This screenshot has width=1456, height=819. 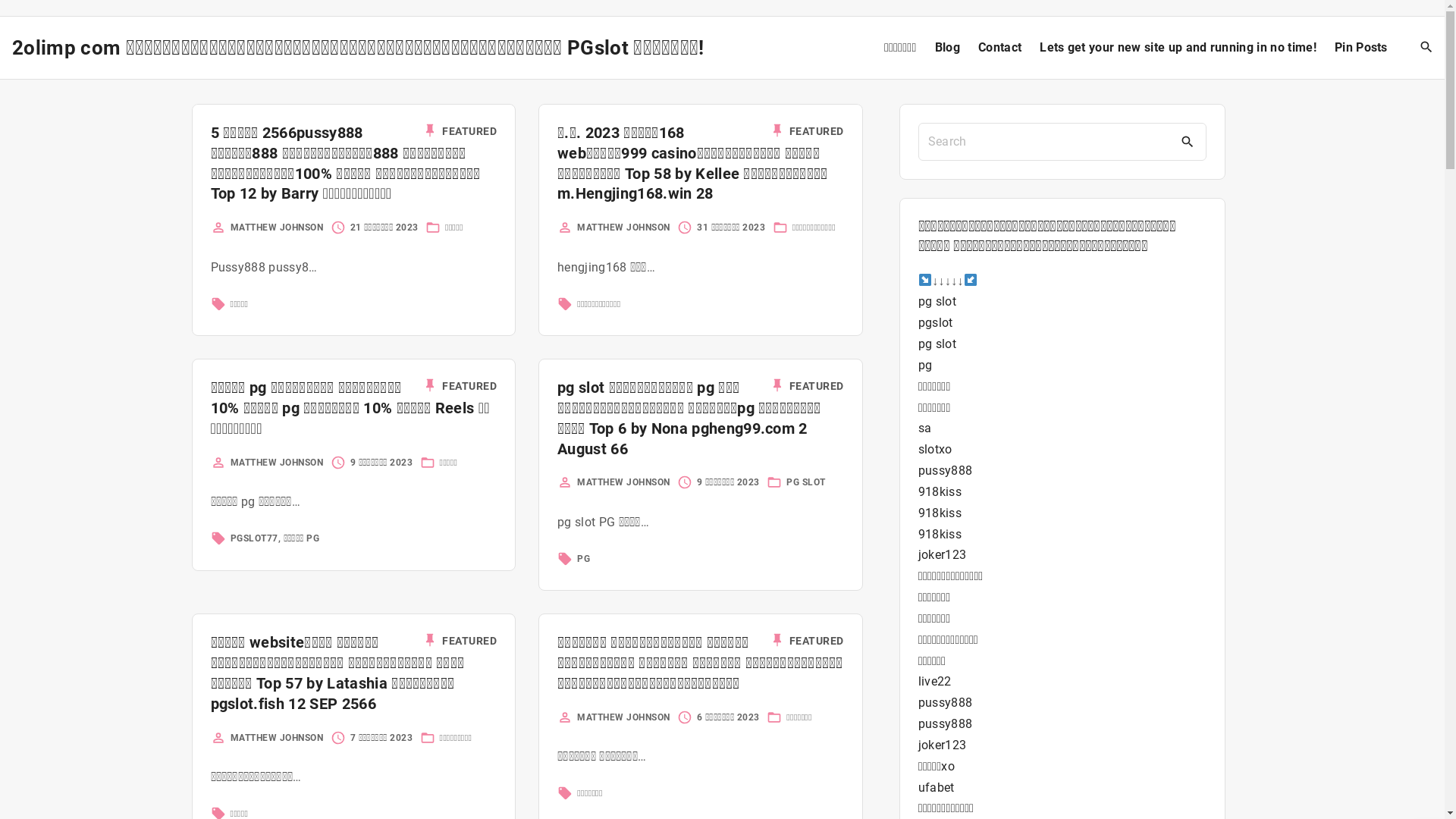 I want to click on 'pussy888', so click(x=945, y=723).